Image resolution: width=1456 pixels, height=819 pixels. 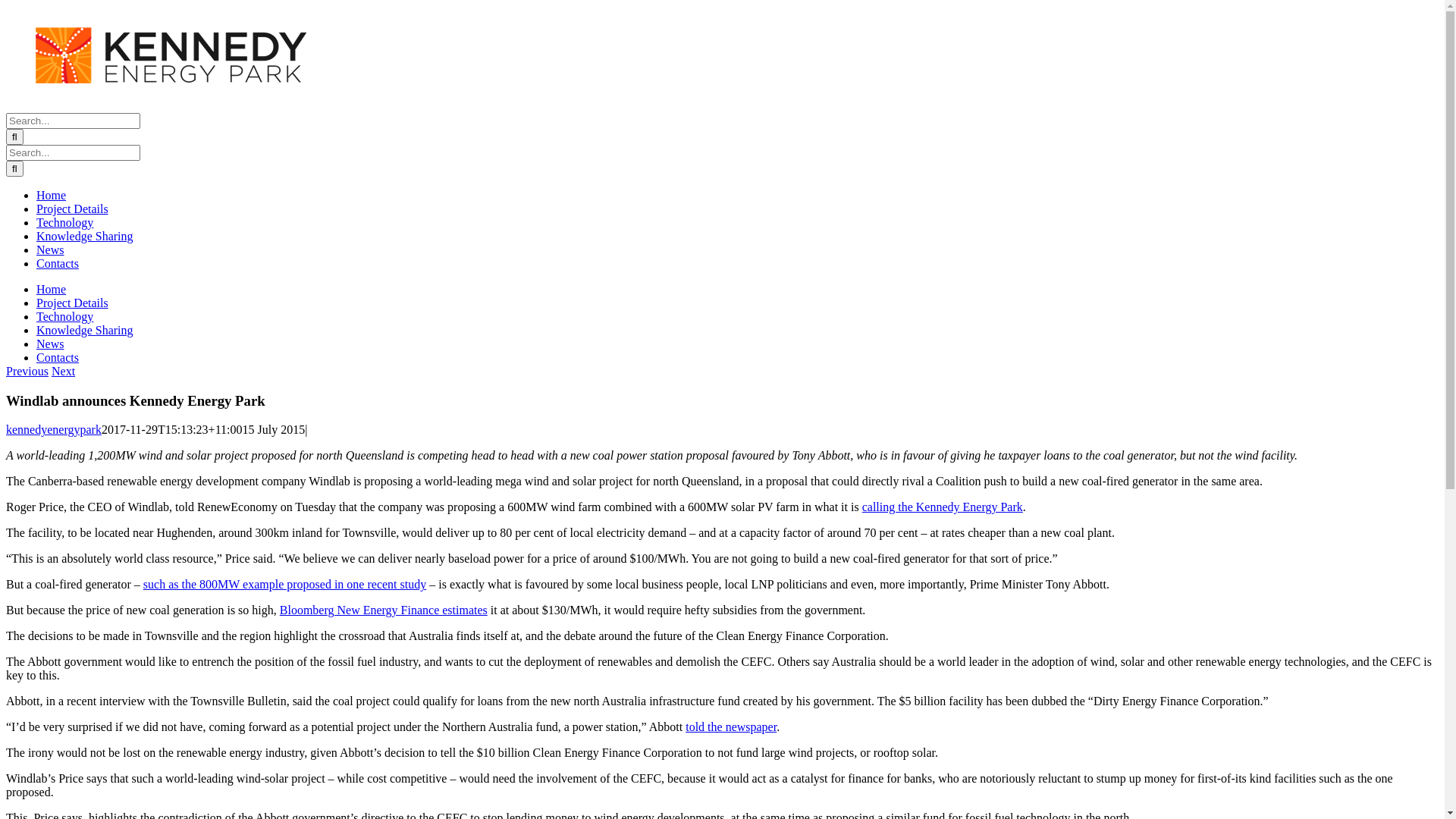 I want to click on 'Home', so click(x=51, y=289).